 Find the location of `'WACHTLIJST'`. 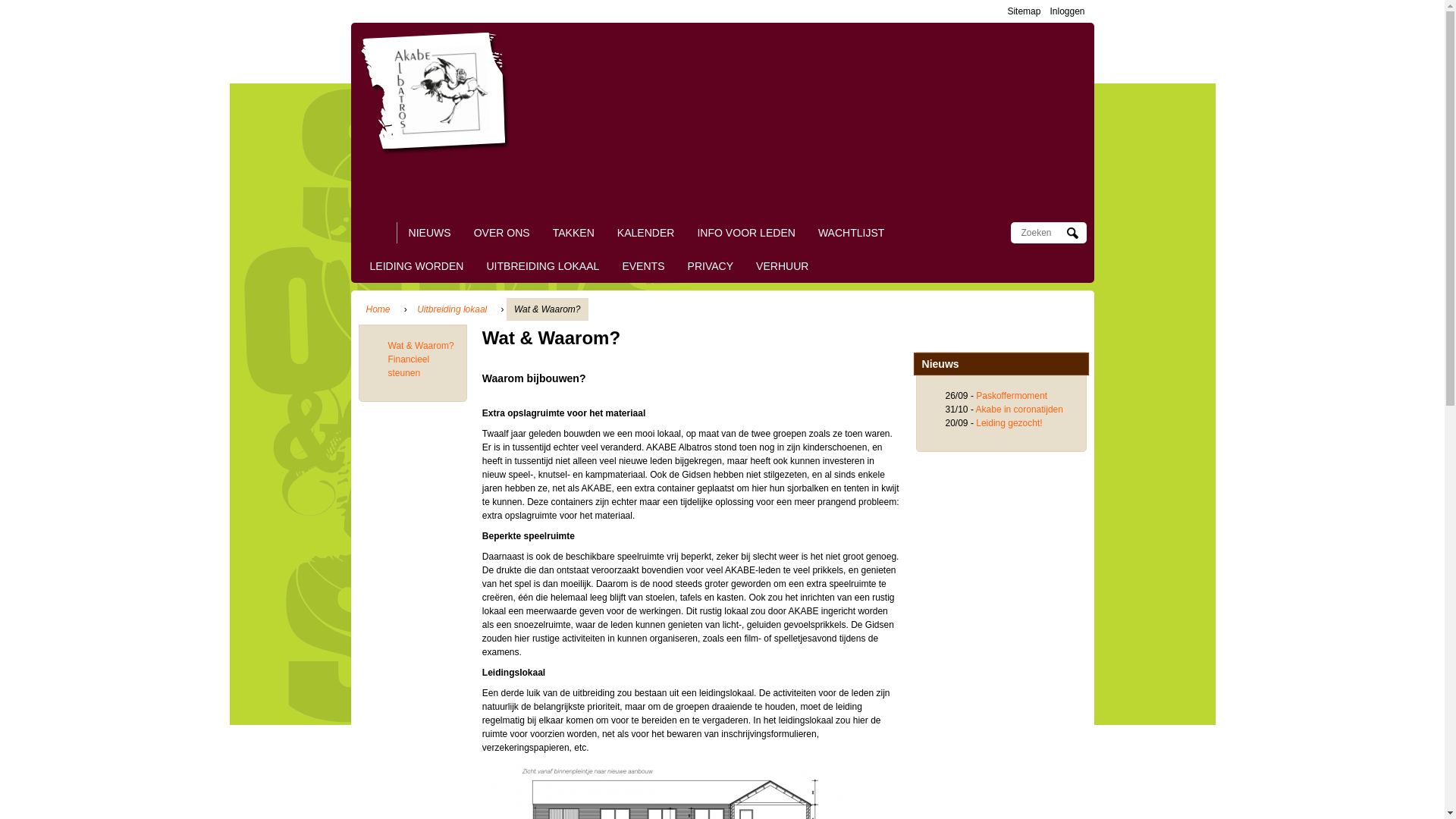

'WACHTLIJST' is located at coordinates (852, 233).